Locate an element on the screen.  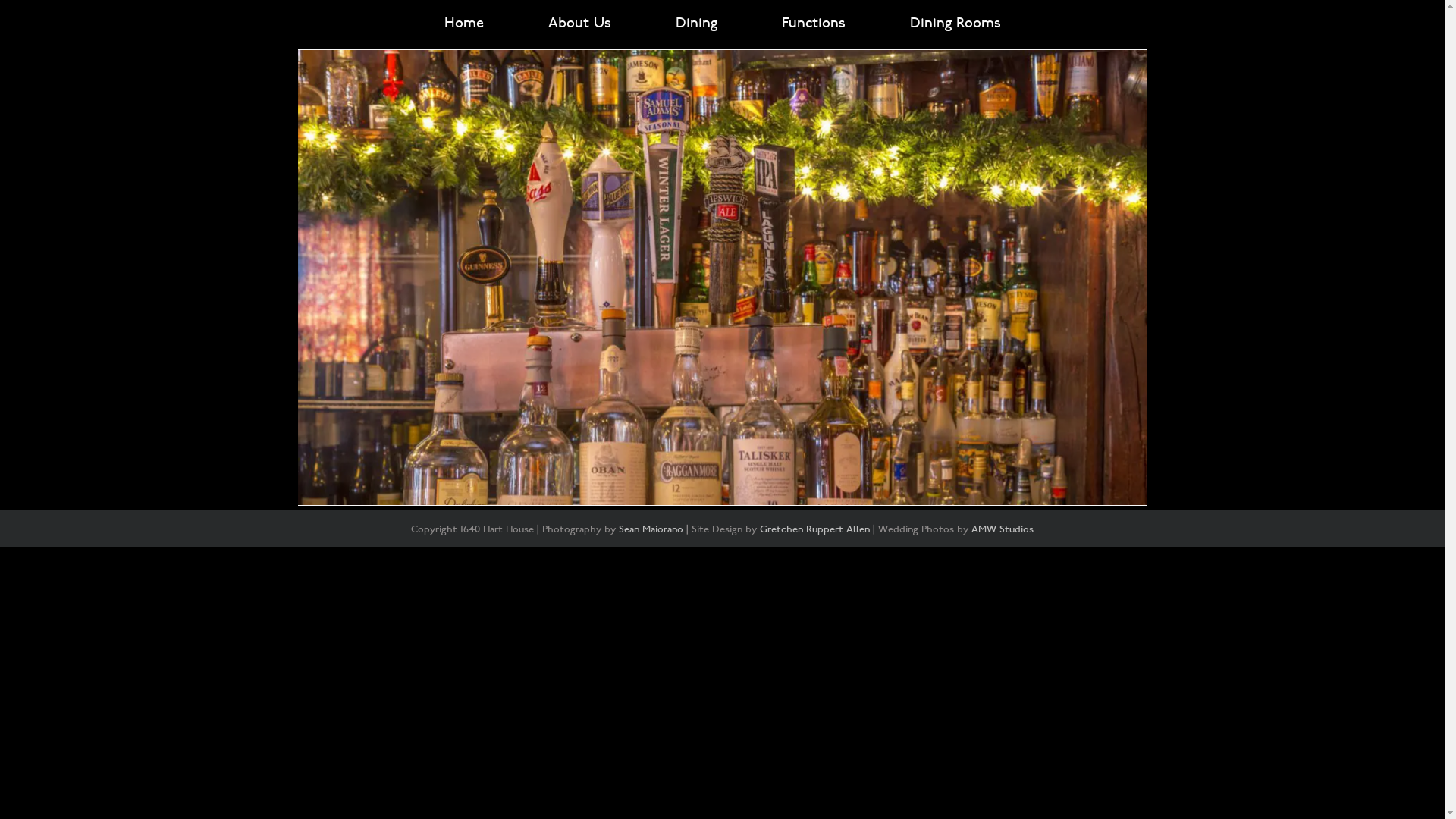
'Gretchen Ruppert Allen' is located at coordinates (814, 529).